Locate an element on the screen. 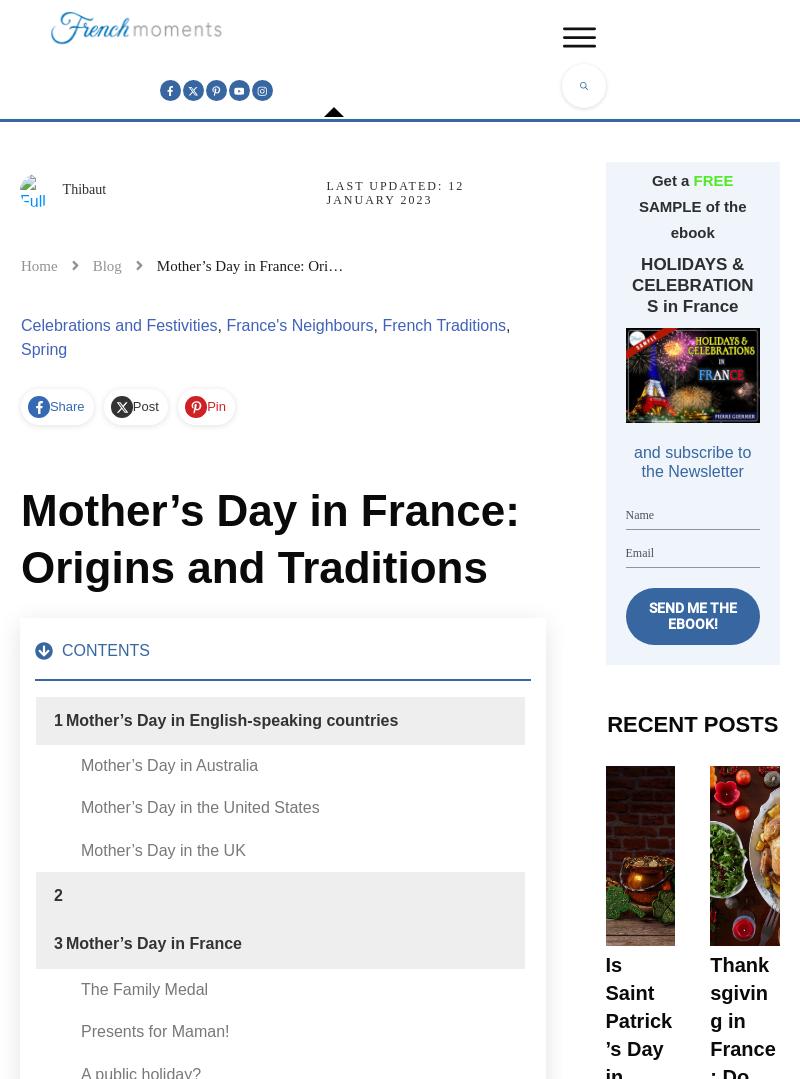 The height and width of the screenshot is (1079, 800). 'CONTENTS' is located at coordinates (105, 648).